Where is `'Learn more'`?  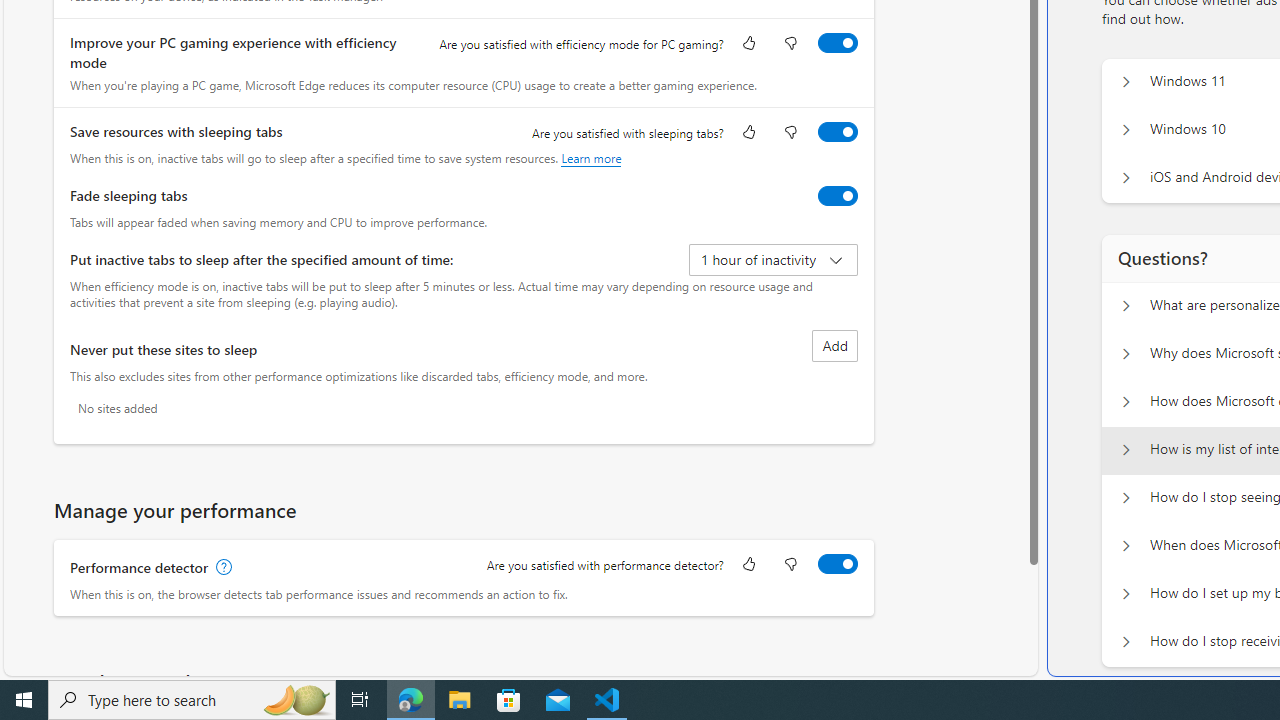 'Learn more' is located at coordinates (590, 157).